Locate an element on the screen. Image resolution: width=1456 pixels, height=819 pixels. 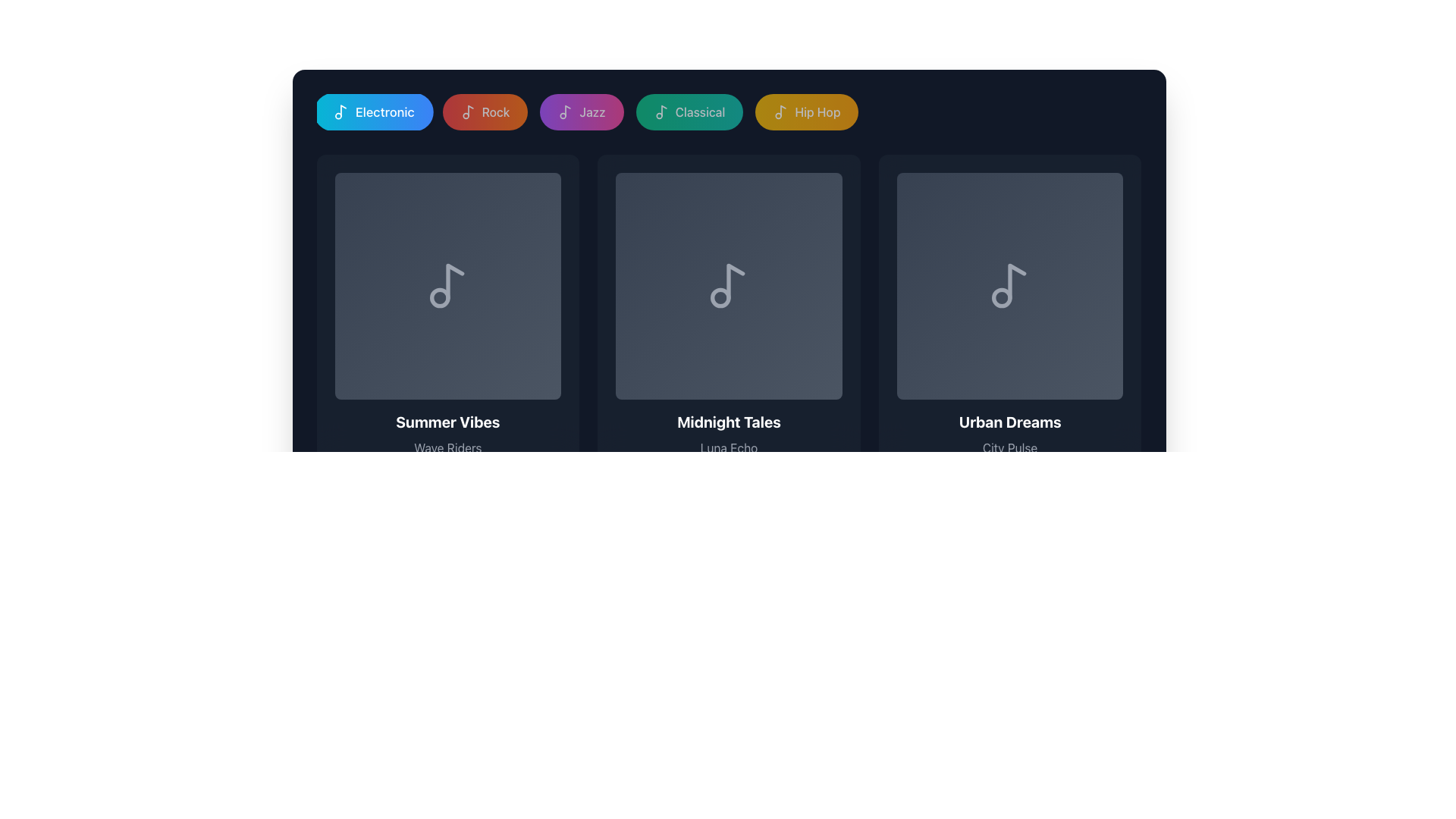
the decorative icon representing the 'Electronic' music category, located at the left of the label displaying 'Electronic' is located at coordinates (340, 111).